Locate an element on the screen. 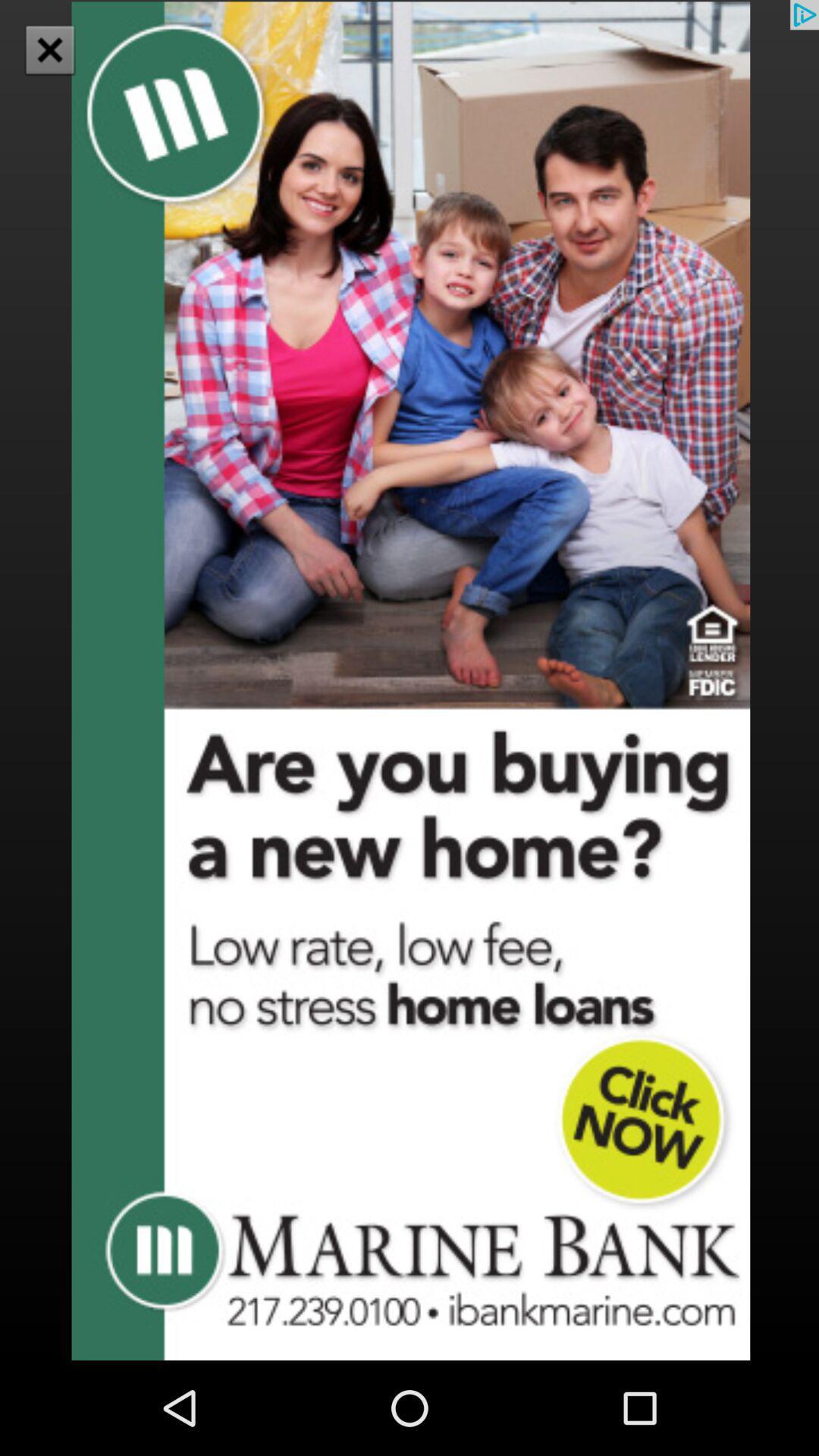  the close icon is located at coordinates (49, 53).